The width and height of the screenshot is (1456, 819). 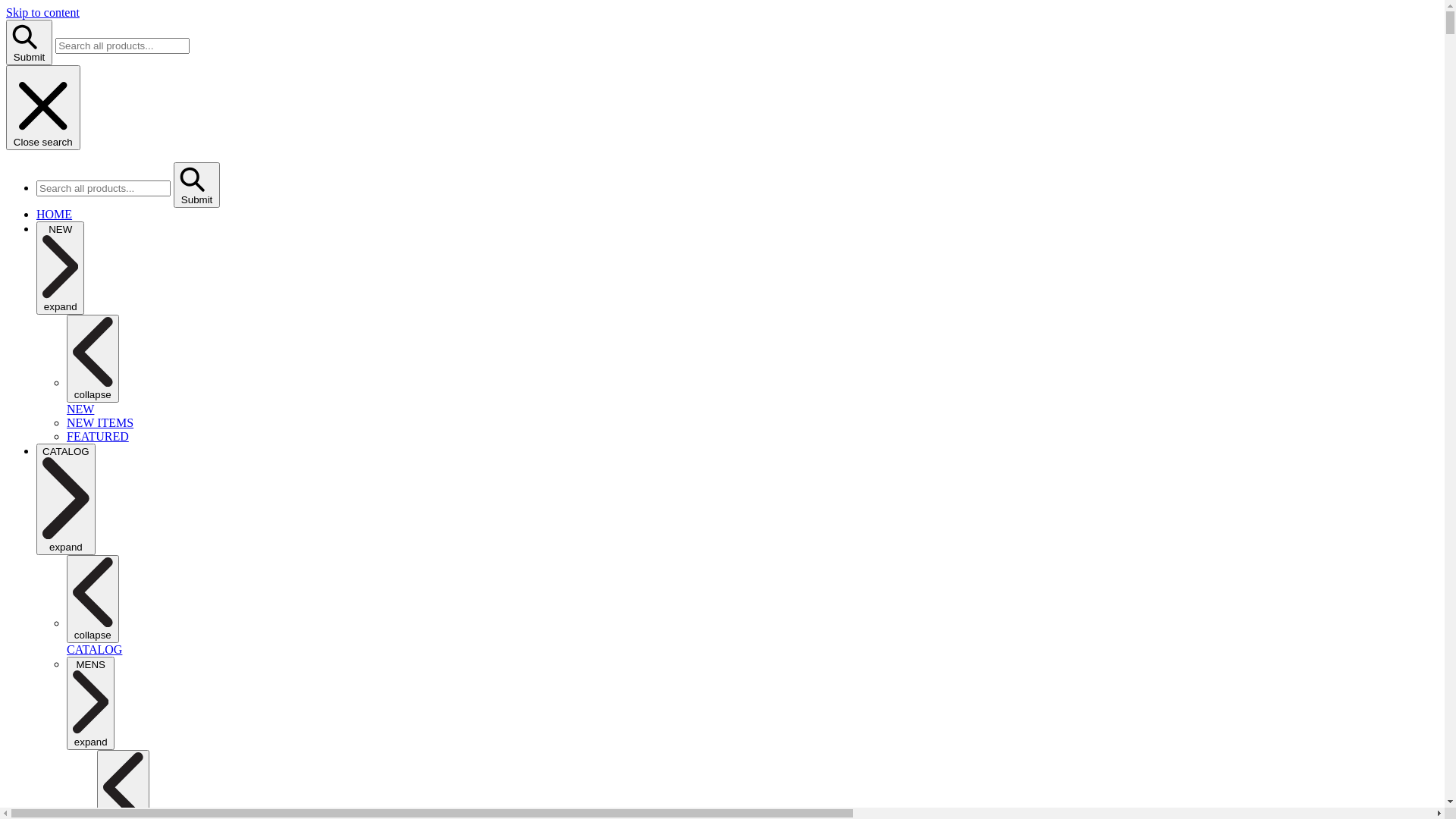 I want to click on 'Submit', so click(x=196, y=184).